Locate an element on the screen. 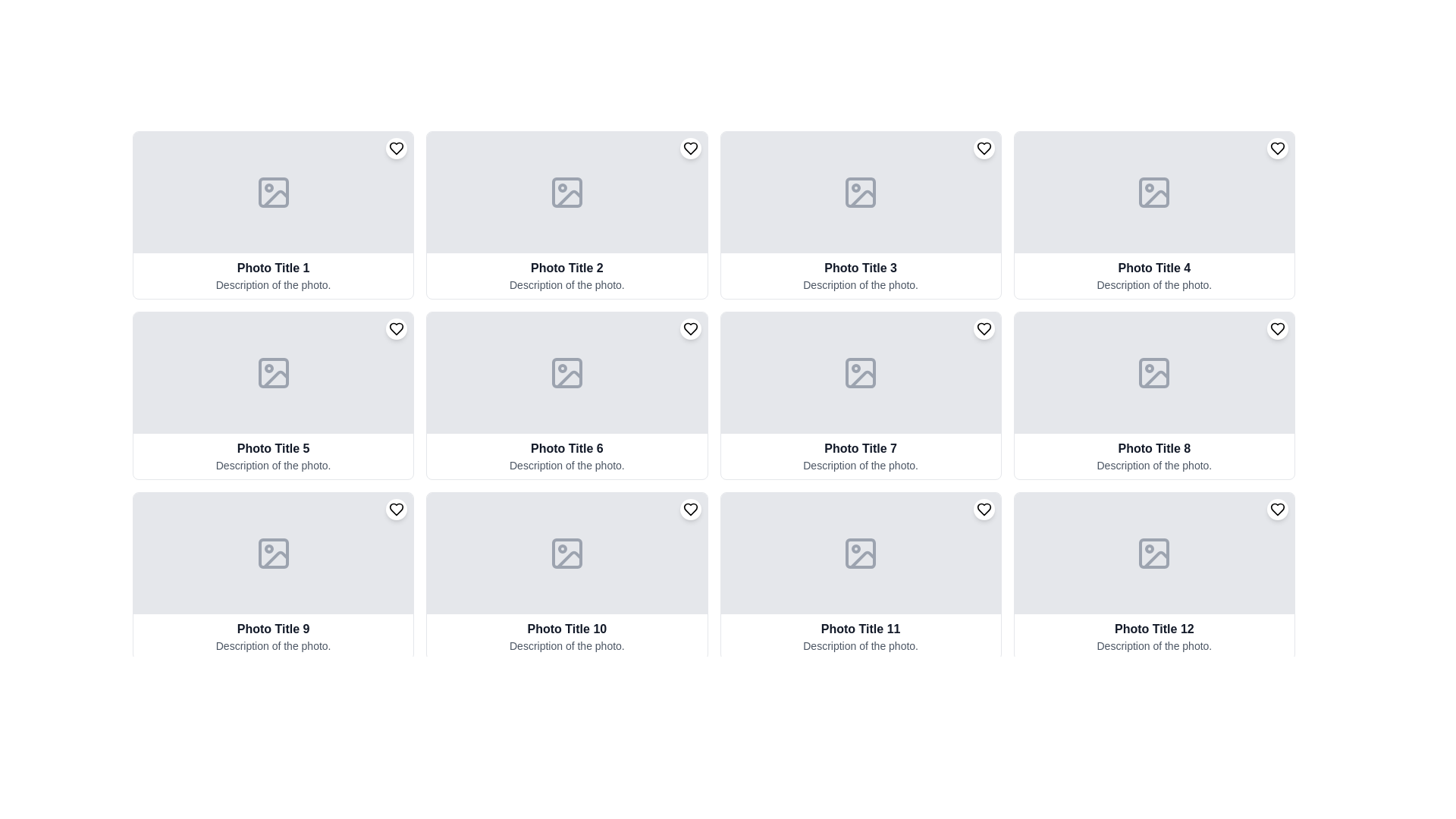 The width and height of the screenshot is (1456, 819). the 'like' icon located in the upper-right corner of the second card from the left in the top row of the grid layout to mark the associated content as liked is located at coordinates (689, 149).